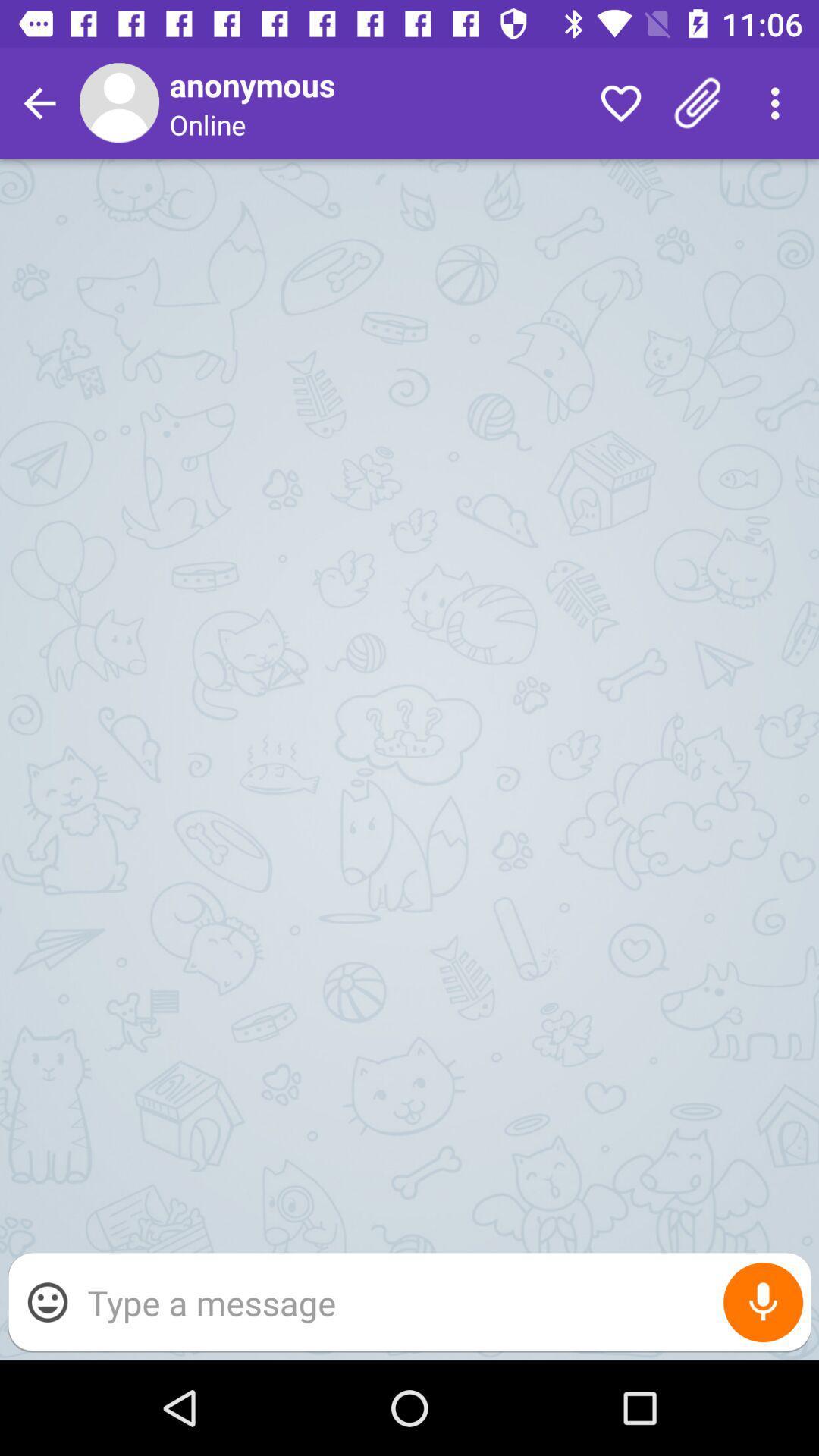 This screenshot has width=819, height=1456. Describe the element at coordinates (763, 1301) in the screenshot. I see `open microphone` at that location.